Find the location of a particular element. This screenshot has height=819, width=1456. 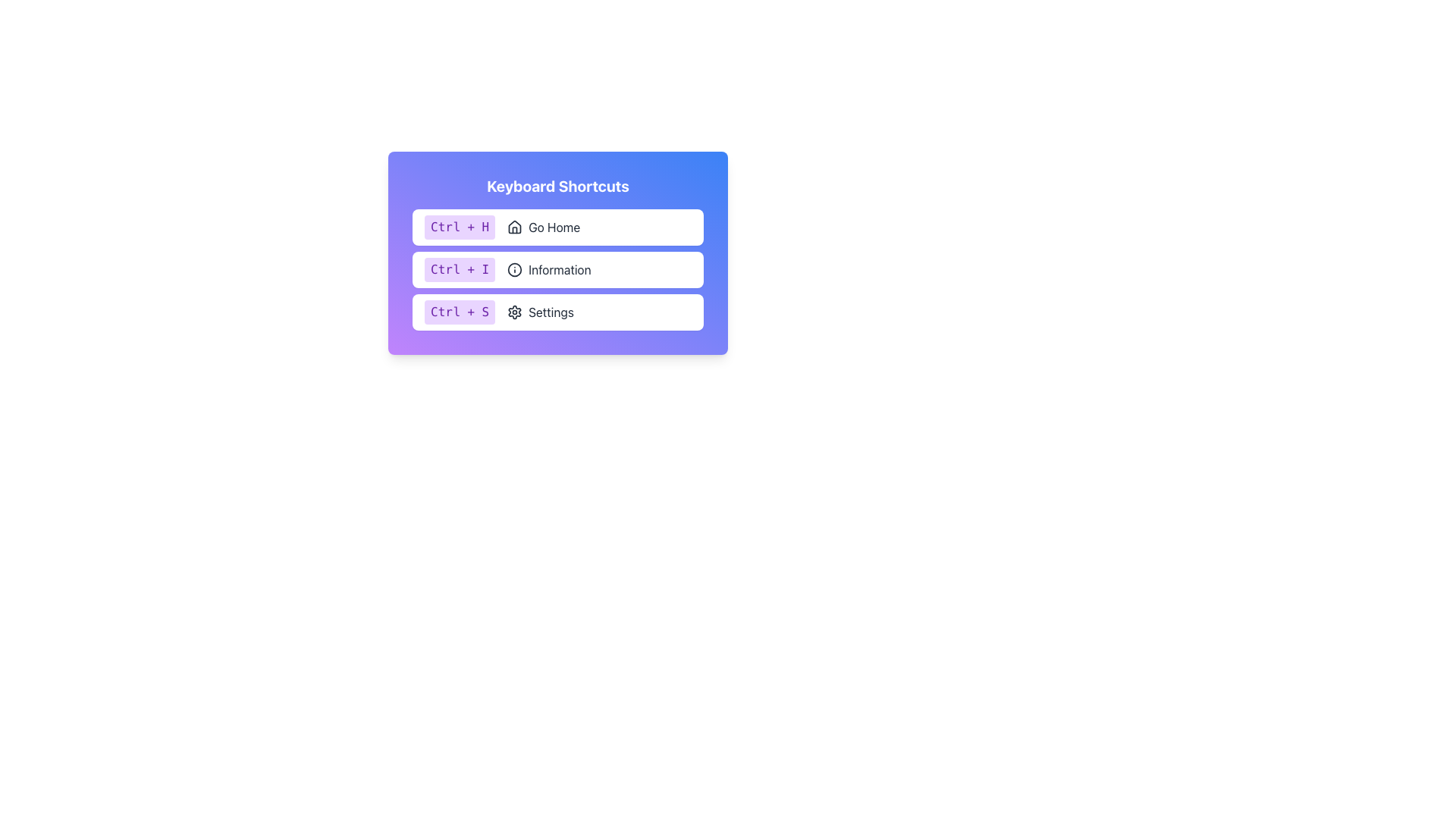

the 'Ctrl + S Settings' button, which is a rectangular button with rounded edges, featuring a purple text and gear icon, located at the bottom of a vertical stack of three buttons is located at coordinates (557, 312).